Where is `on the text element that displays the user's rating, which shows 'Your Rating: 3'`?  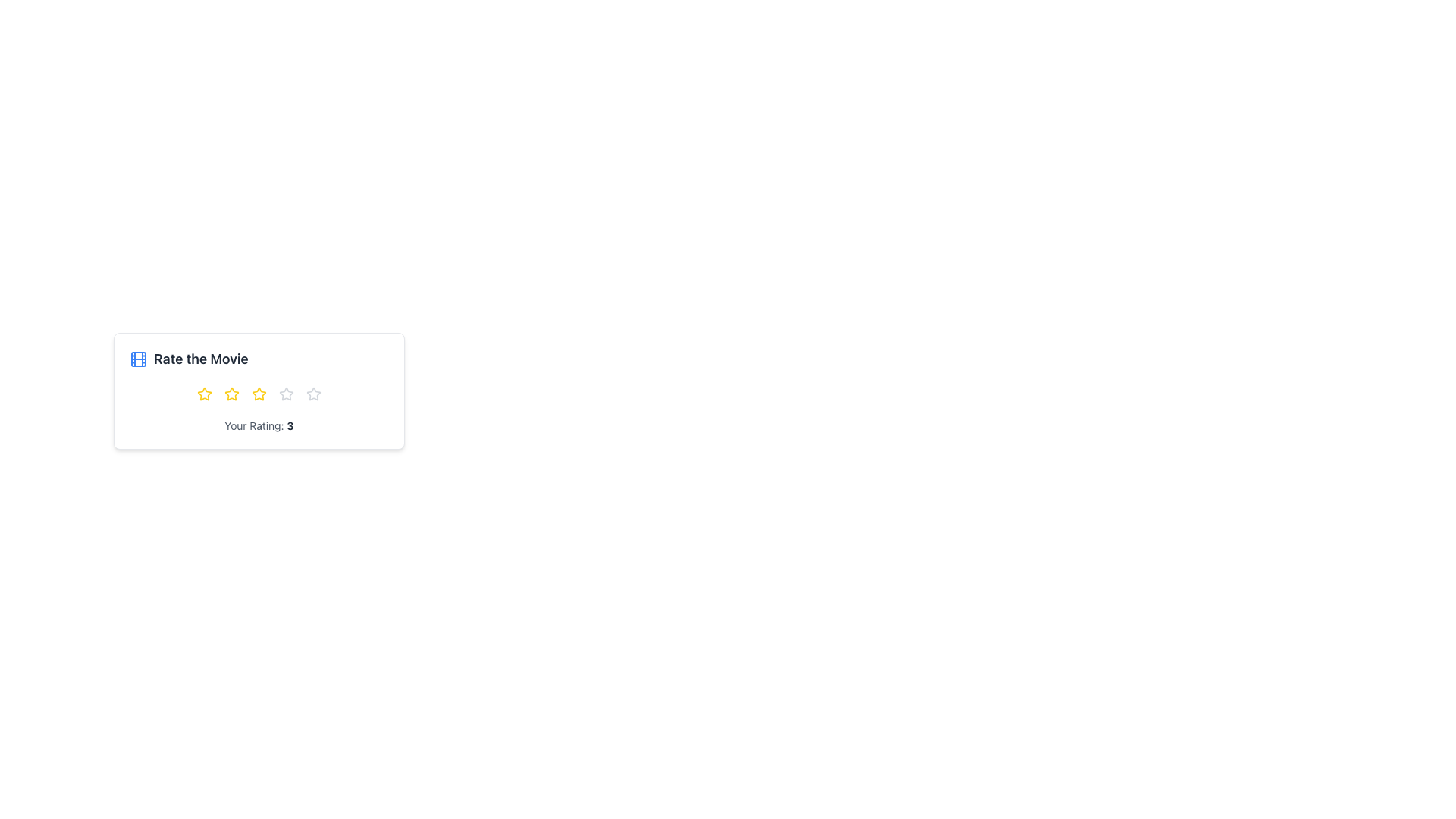
on the text element that displays the user's rating, which shows 'Your Rating: 3' is located at coordinates (290, 425).